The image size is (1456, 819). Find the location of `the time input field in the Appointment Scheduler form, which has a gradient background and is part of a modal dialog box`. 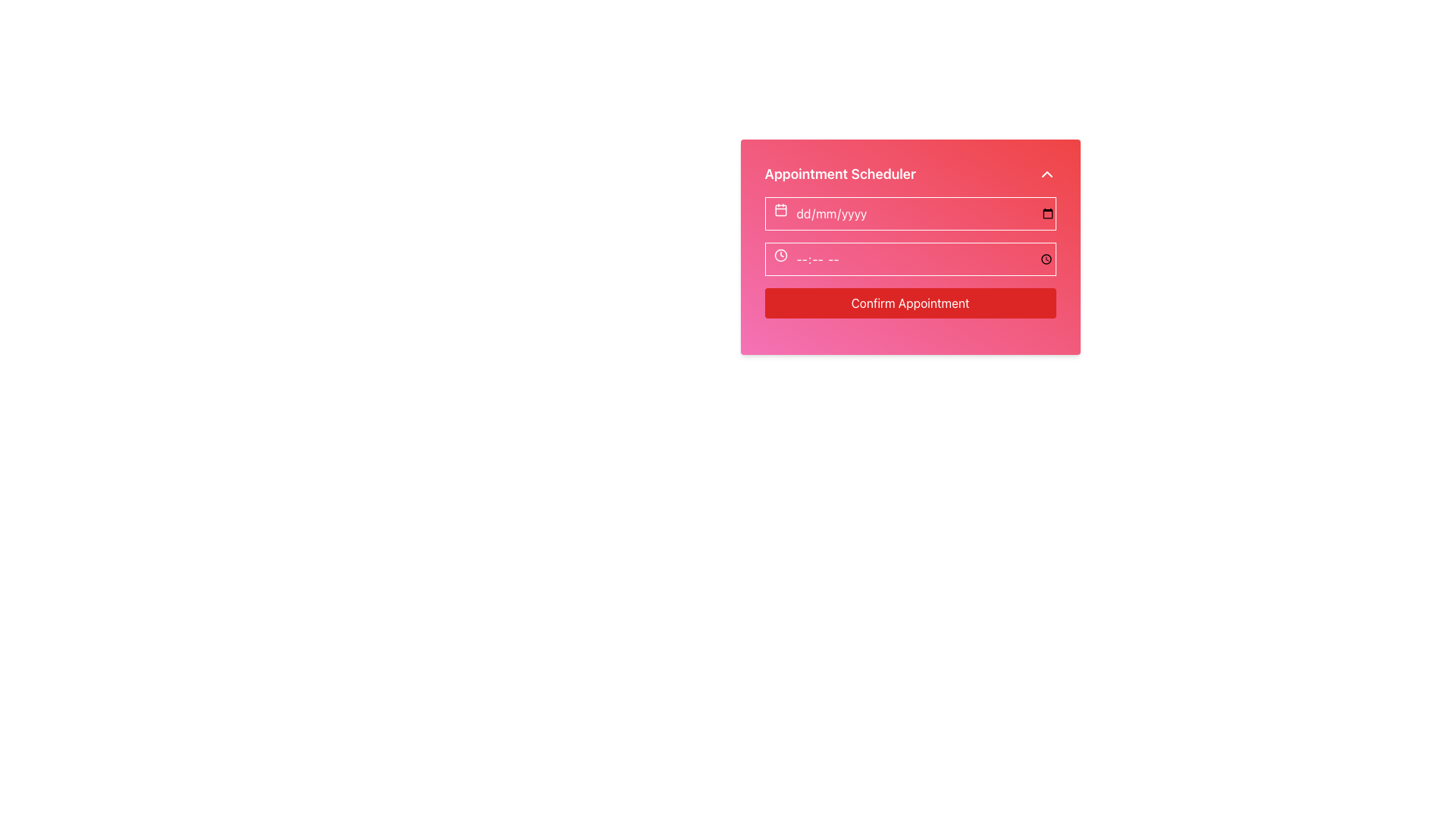

the time input field in the Appointment Scheduler form, which has a gradient background and is part of a modal dialog box is located at coordinates (910, 246).